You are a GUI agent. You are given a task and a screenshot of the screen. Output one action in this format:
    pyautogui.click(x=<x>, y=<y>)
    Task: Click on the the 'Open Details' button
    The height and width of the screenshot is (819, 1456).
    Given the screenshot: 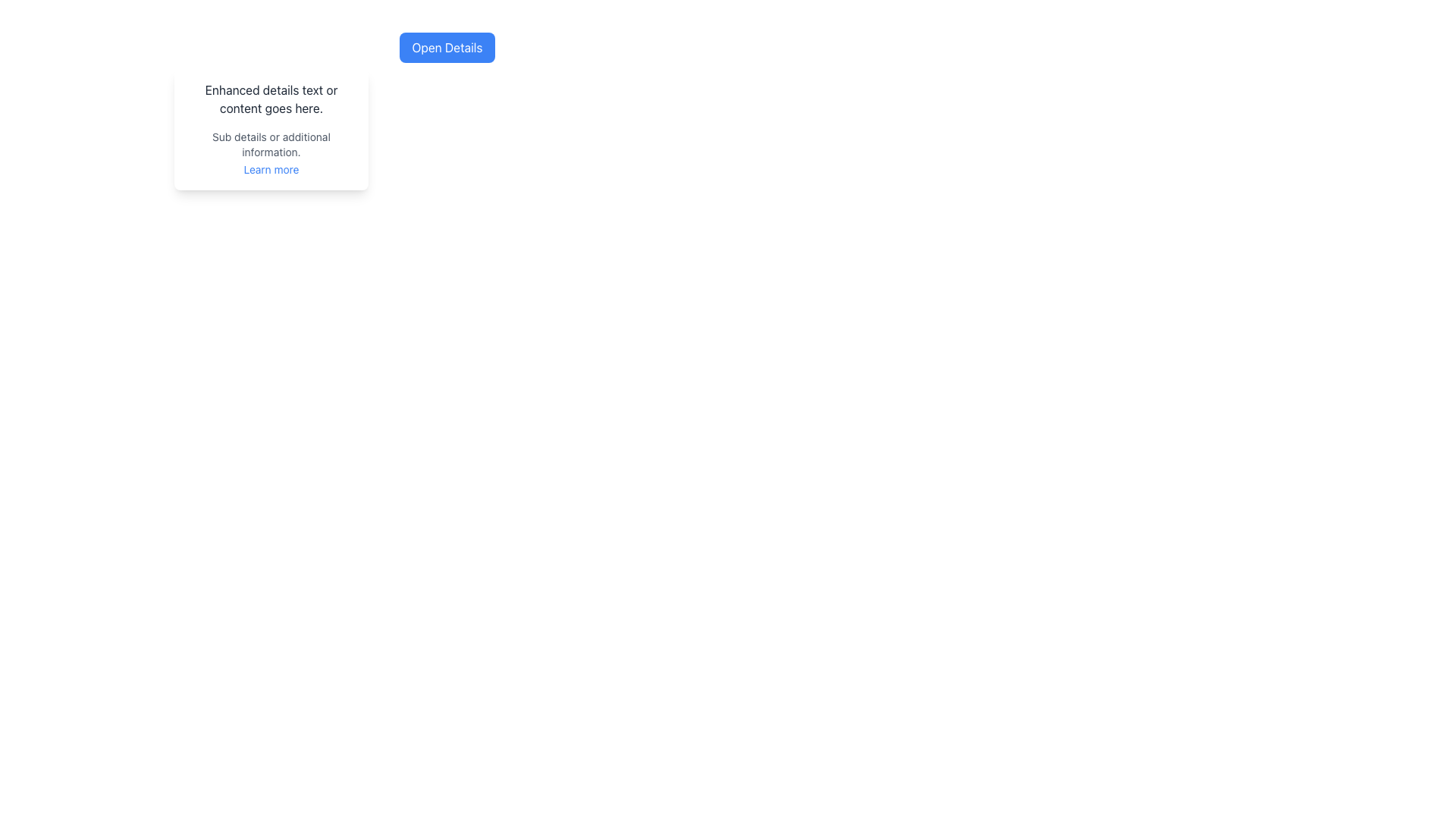 What is the action you would take?
    pyautogui.click(x=447, y=46)
    